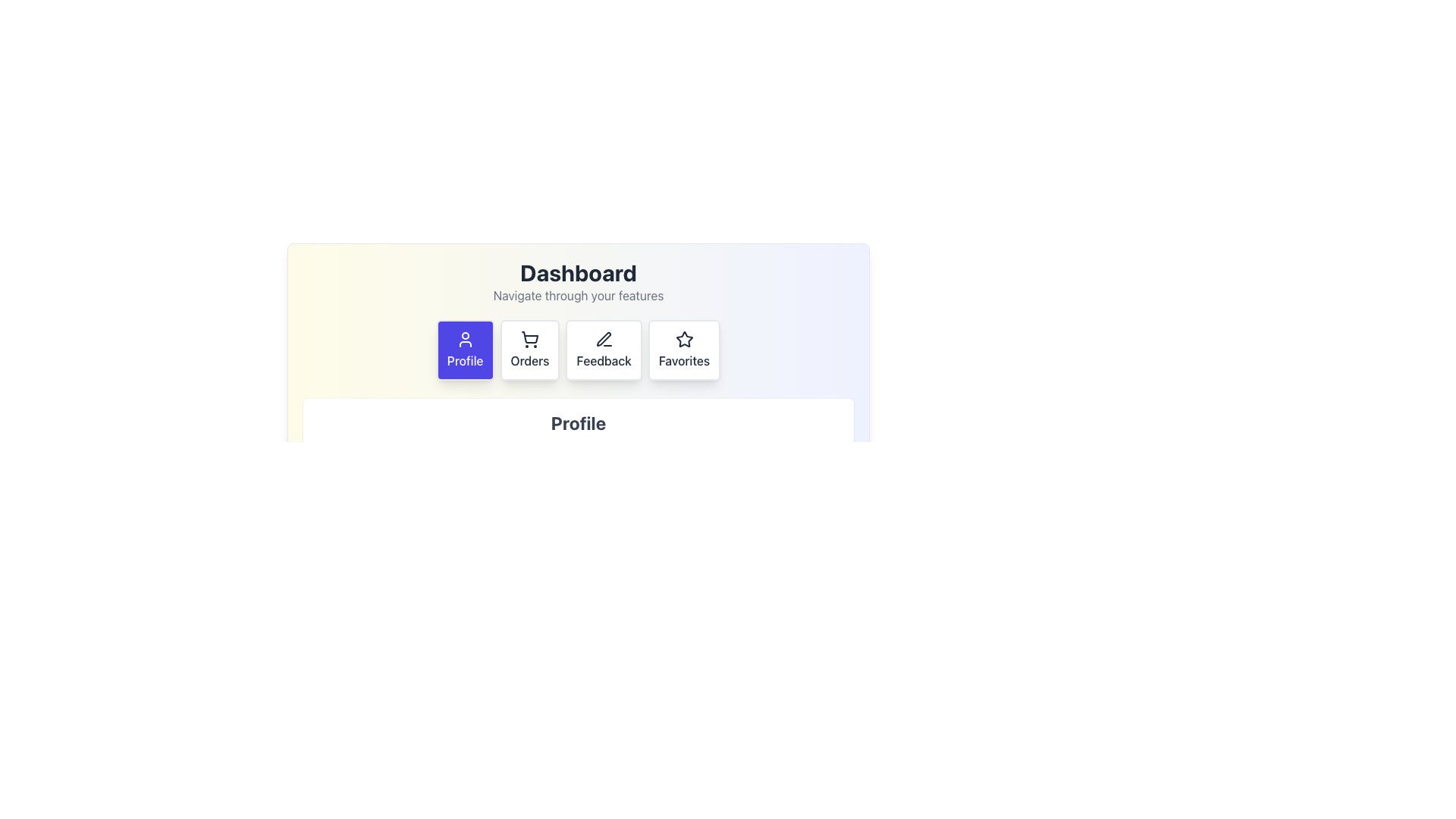 Image resolution: width=1456 pixels, height=819 pixels. I want to click on the text label 'Favorites' which is centrally placed within the rounded rectangular button, located at the rightmost position in a row of four buttons, so click(683, 360).